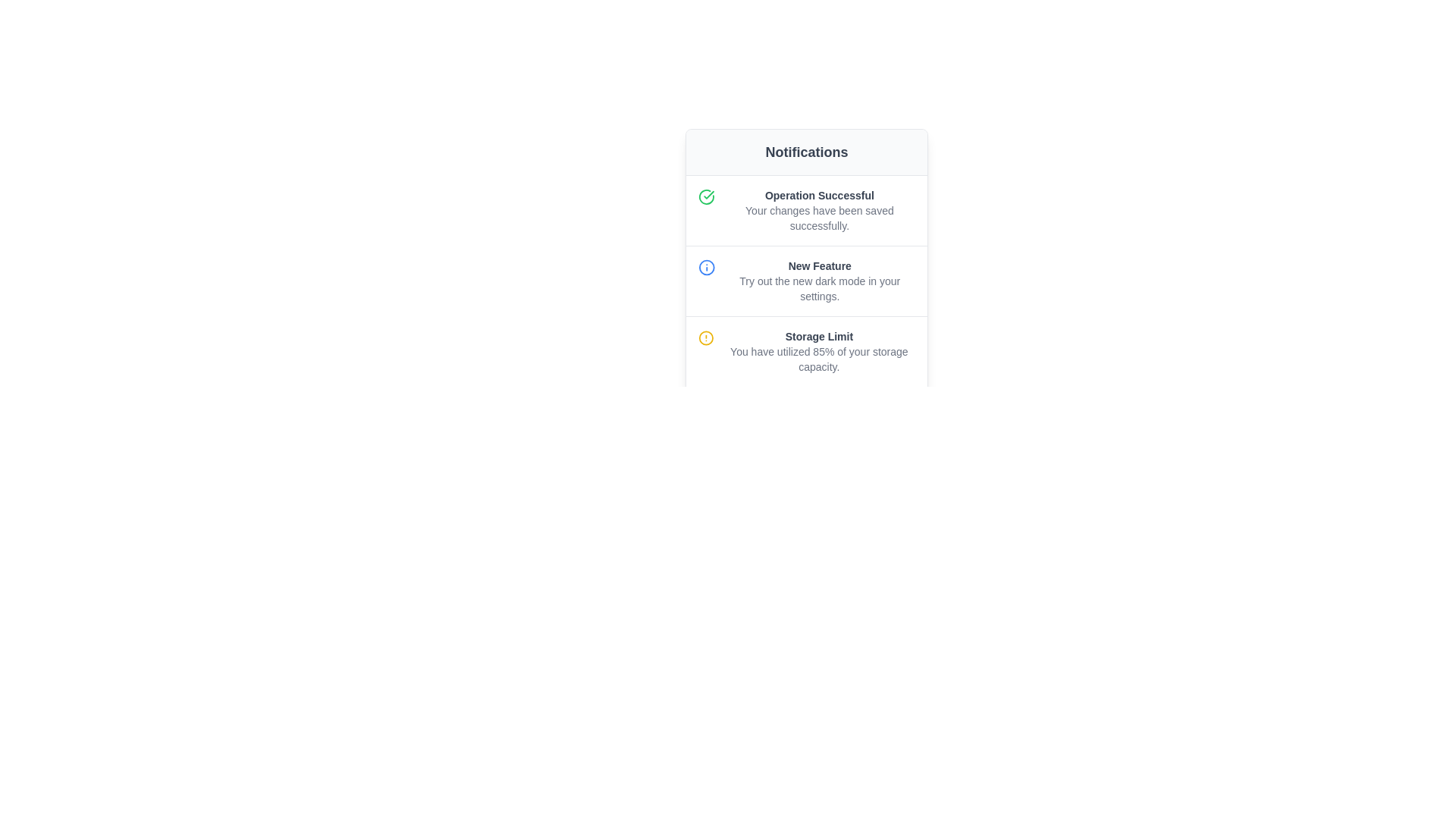  I want to click on the textual notification message that reads 'Your changes have been saved successfully.', which is styled in gray and positioned under the header 'Operation Successful' within a notification card, so click(818, 218).